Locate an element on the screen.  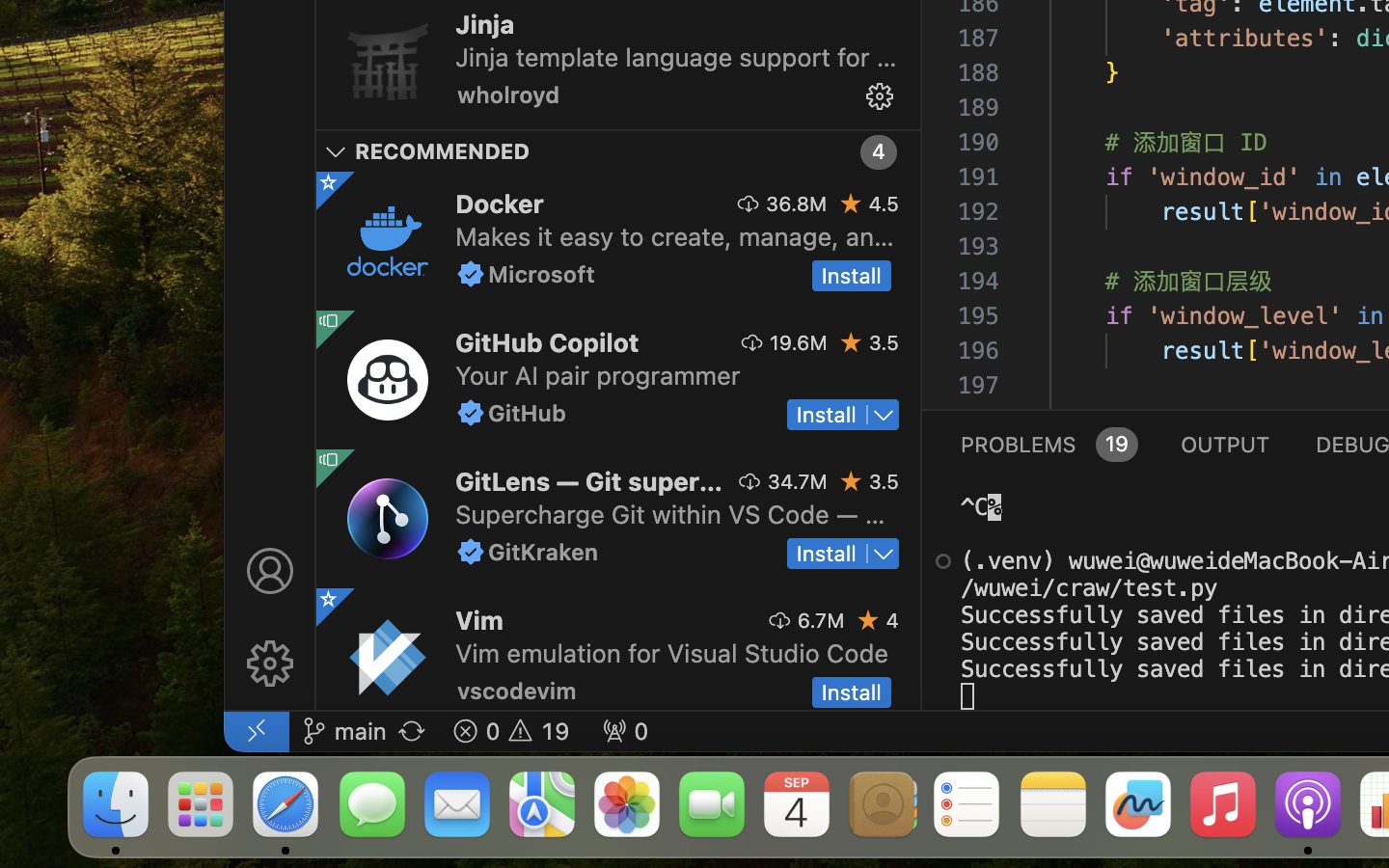
'GitHub' is located at coordinates (528, 413).